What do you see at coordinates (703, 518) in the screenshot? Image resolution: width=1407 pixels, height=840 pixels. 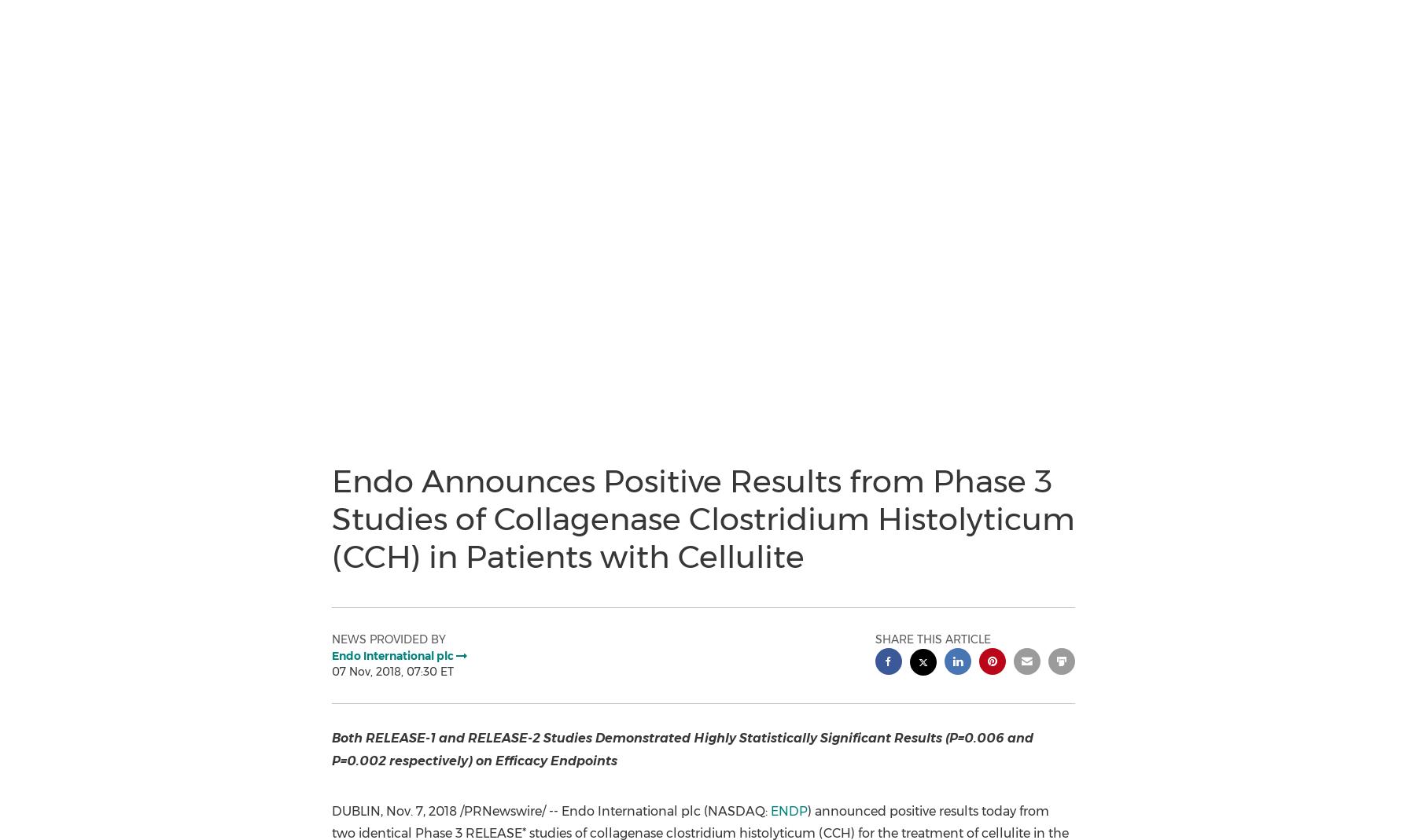 I see `'Endo Announces Positive Results from Phase 3 Studies of Collagenase Clostridium Histolyticum (CCH) in Patients with Cellulite'` at bounding box center [703, 518].